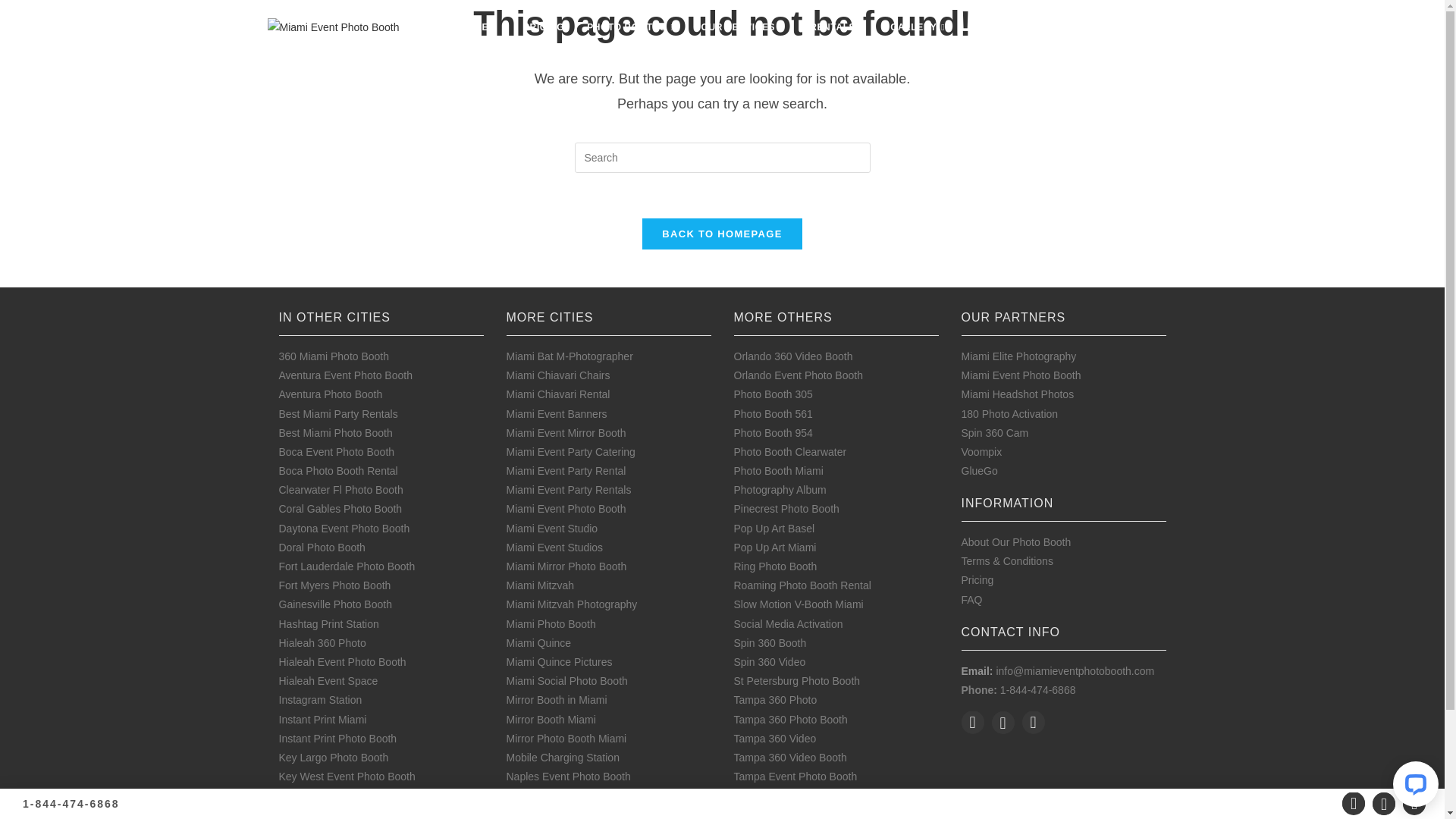  What do you see at coordinates (569, 356) in the screenshot?
I see `'Miami Bat M-Photographer'` at bounding box center [569, 356].